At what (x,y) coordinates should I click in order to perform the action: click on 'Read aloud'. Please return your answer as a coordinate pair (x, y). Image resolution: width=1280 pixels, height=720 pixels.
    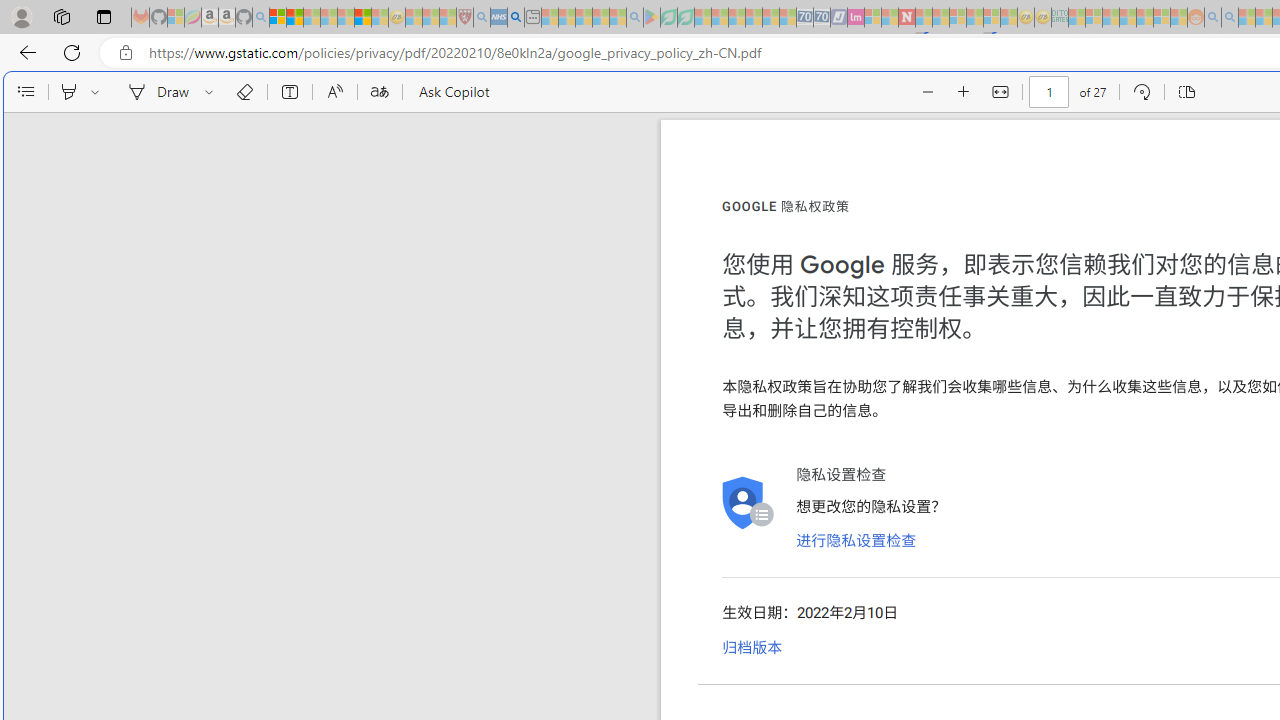
    Looking at the image, I should click on (334, 92).